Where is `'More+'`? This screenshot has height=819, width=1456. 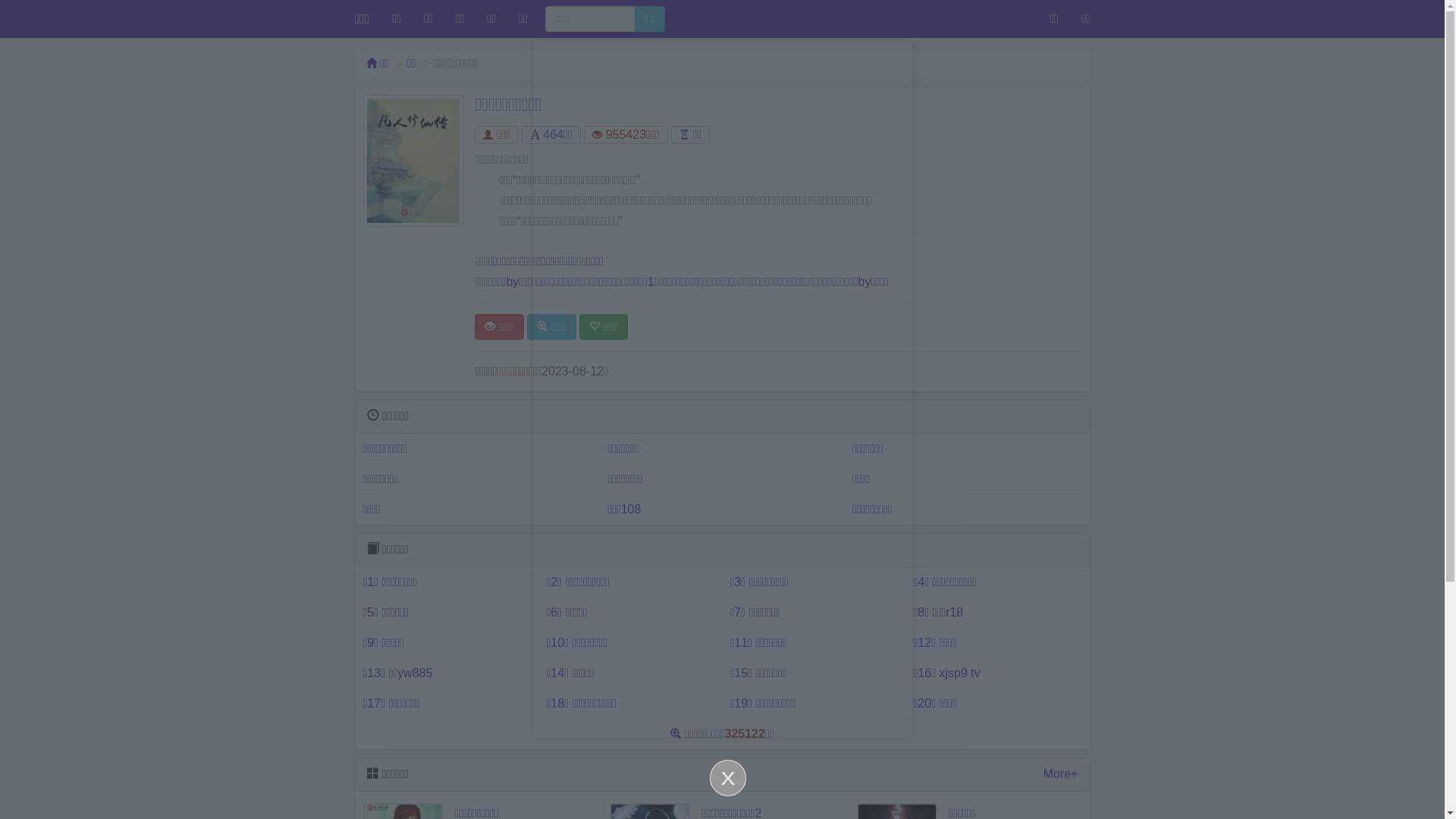
'More+' is located at coordinates (1043, 774).